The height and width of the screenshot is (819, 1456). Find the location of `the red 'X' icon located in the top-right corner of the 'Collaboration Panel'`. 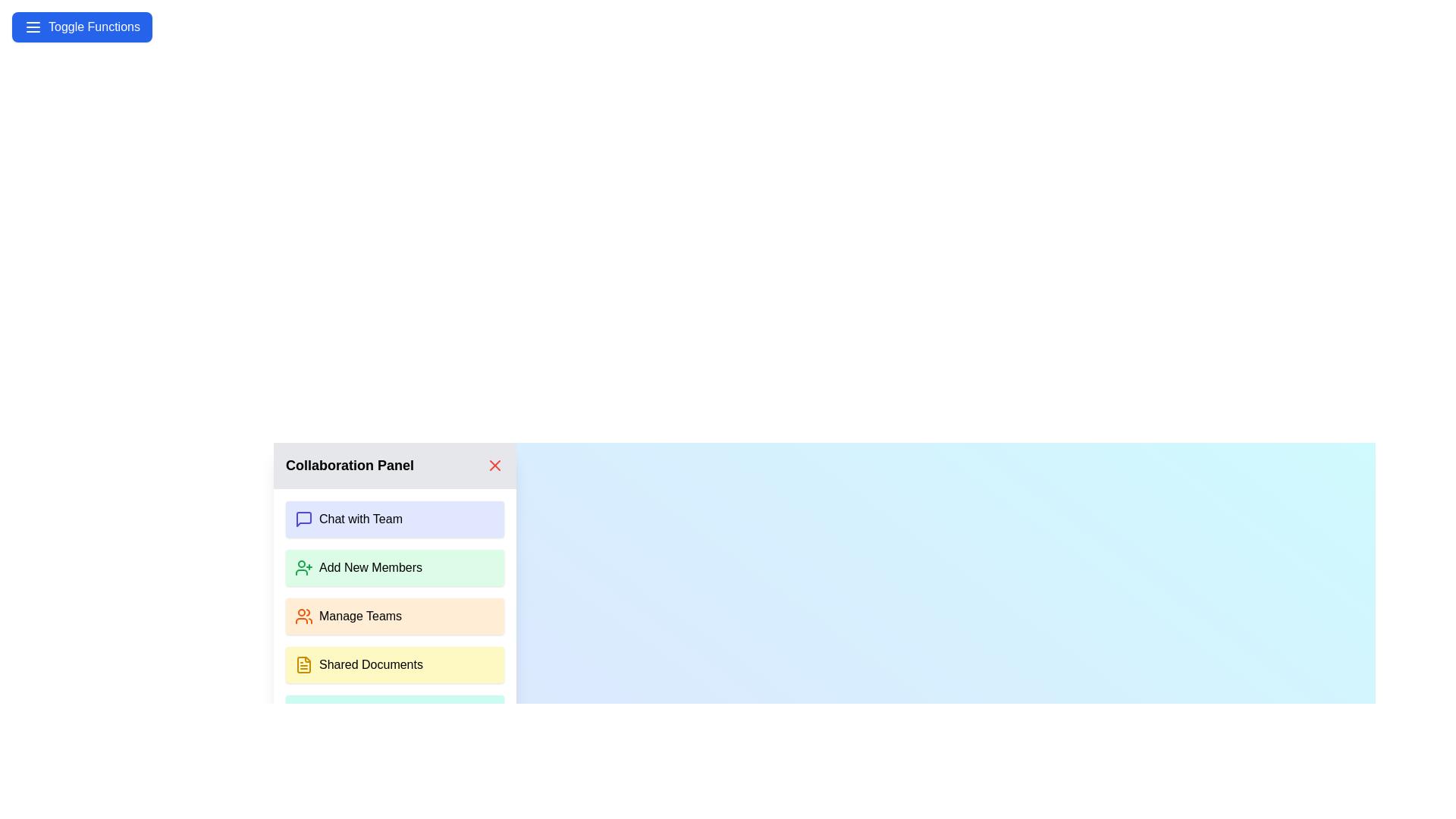

the red 'X' icon located in the top-right corner of the 'Collaboration Panel' is located at coordinates (494, 464).